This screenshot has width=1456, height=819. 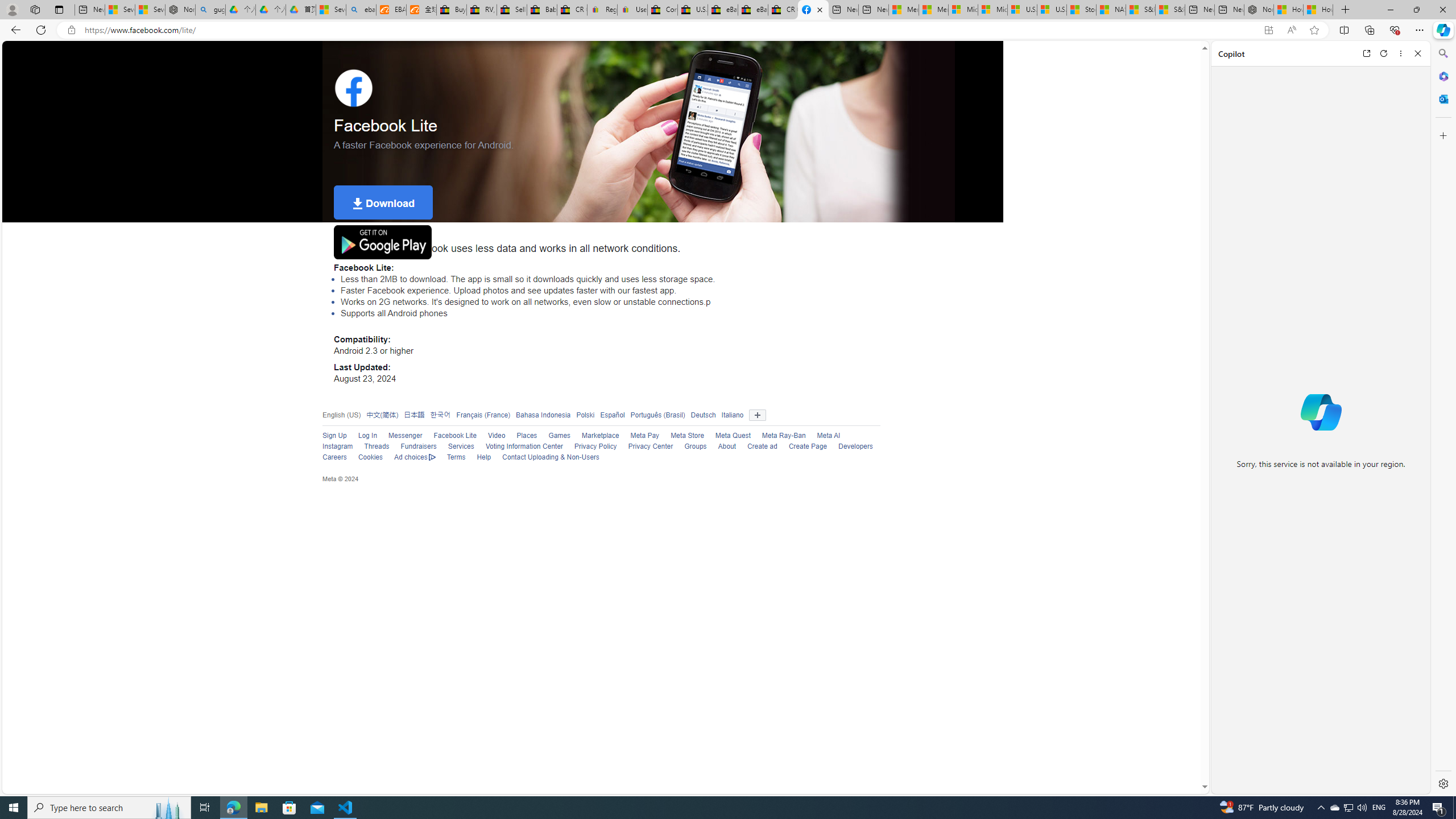 I want to click on 'Tab actions menu', so click(x=58, y=9).